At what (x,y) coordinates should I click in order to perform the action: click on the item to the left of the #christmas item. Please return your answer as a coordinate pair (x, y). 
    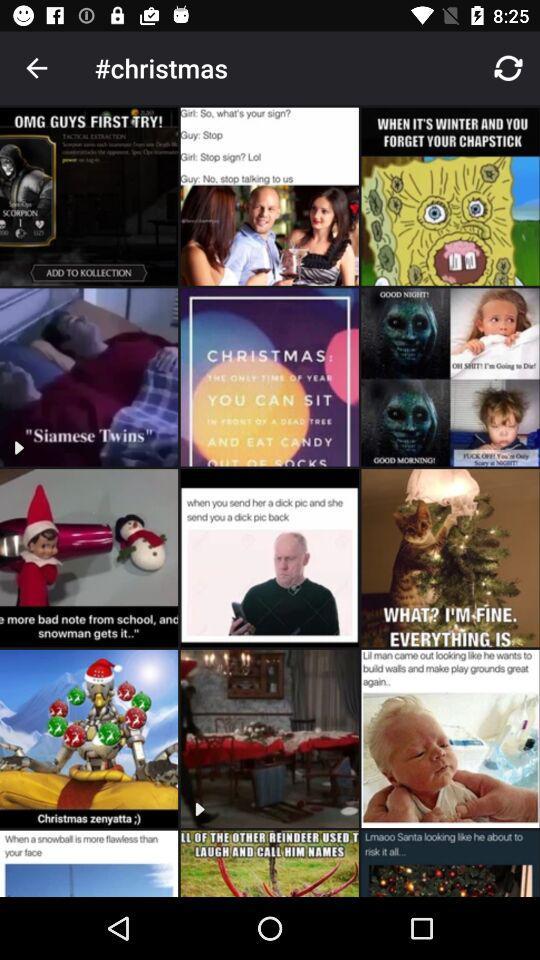
    Looking at the image, I should click on (36, 68).